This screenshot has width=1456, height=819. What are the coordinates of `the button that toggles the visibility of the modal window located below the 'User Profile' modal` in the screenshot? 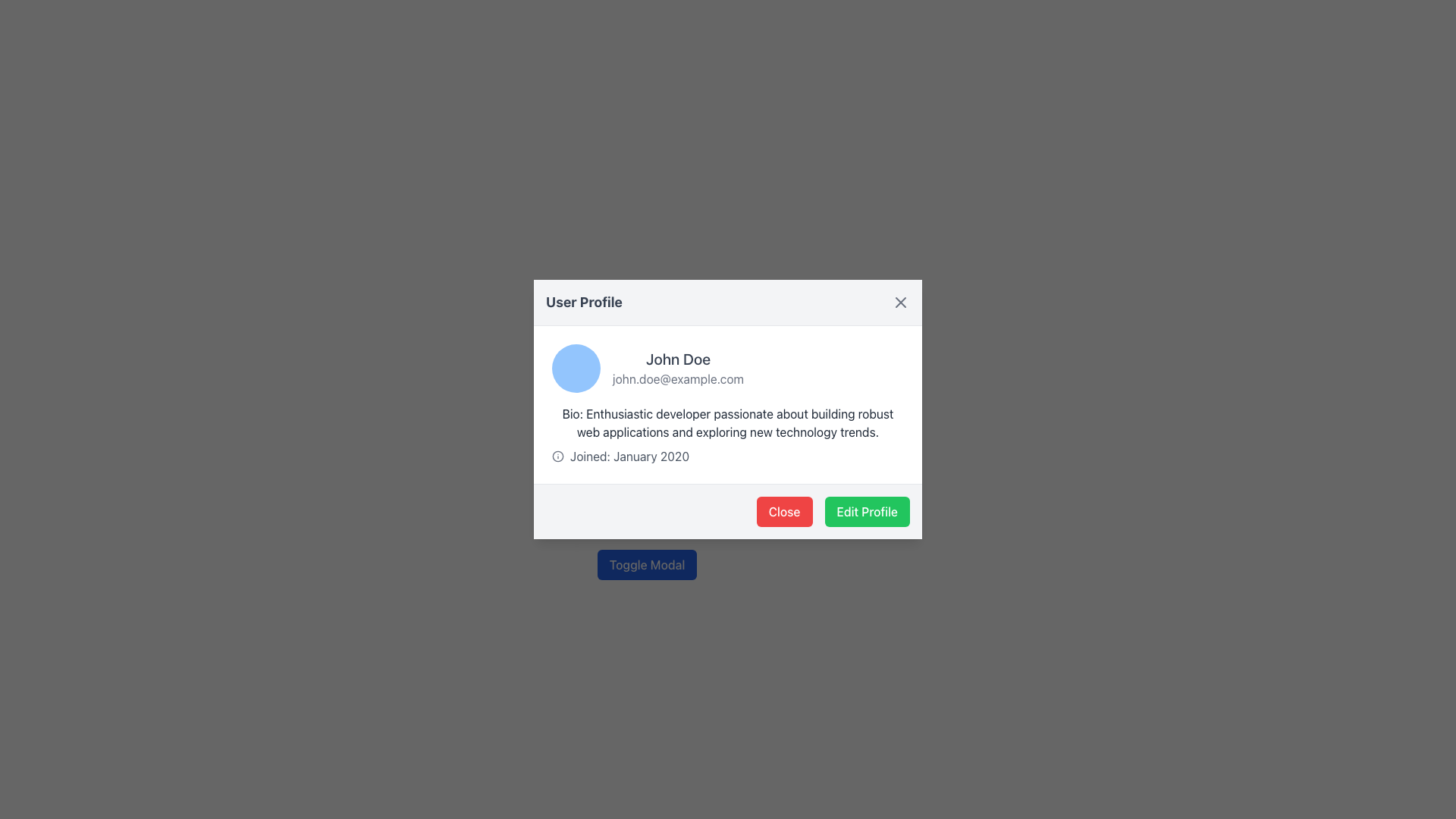 It's located at (647, 564).